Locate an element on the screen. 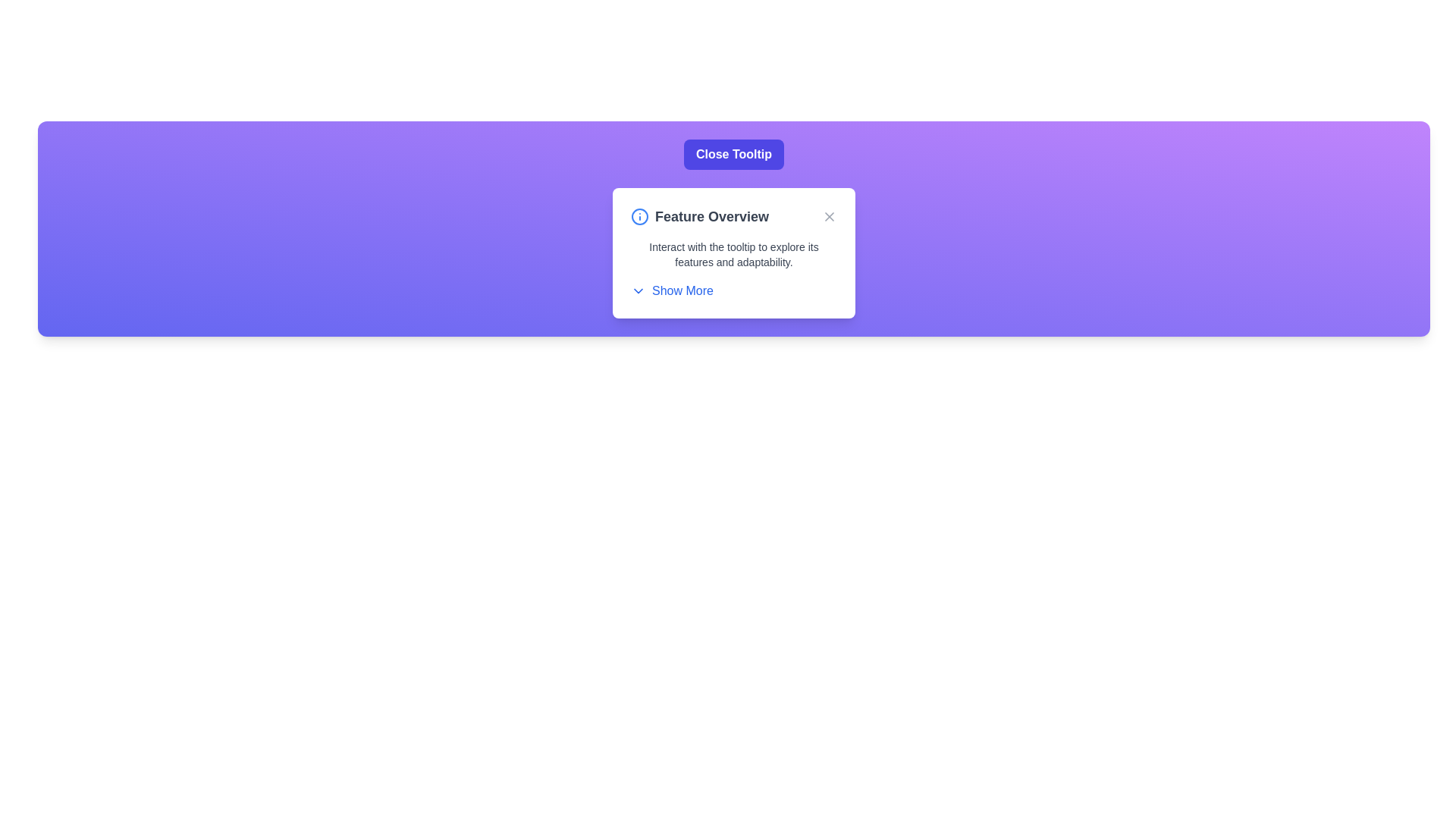 The width and height of the screenshot is (1456, 819). the close button located in the top-right corner of the white popup card, adjacent to the 'Feature Overview' title is located at coordinates (829, 216).